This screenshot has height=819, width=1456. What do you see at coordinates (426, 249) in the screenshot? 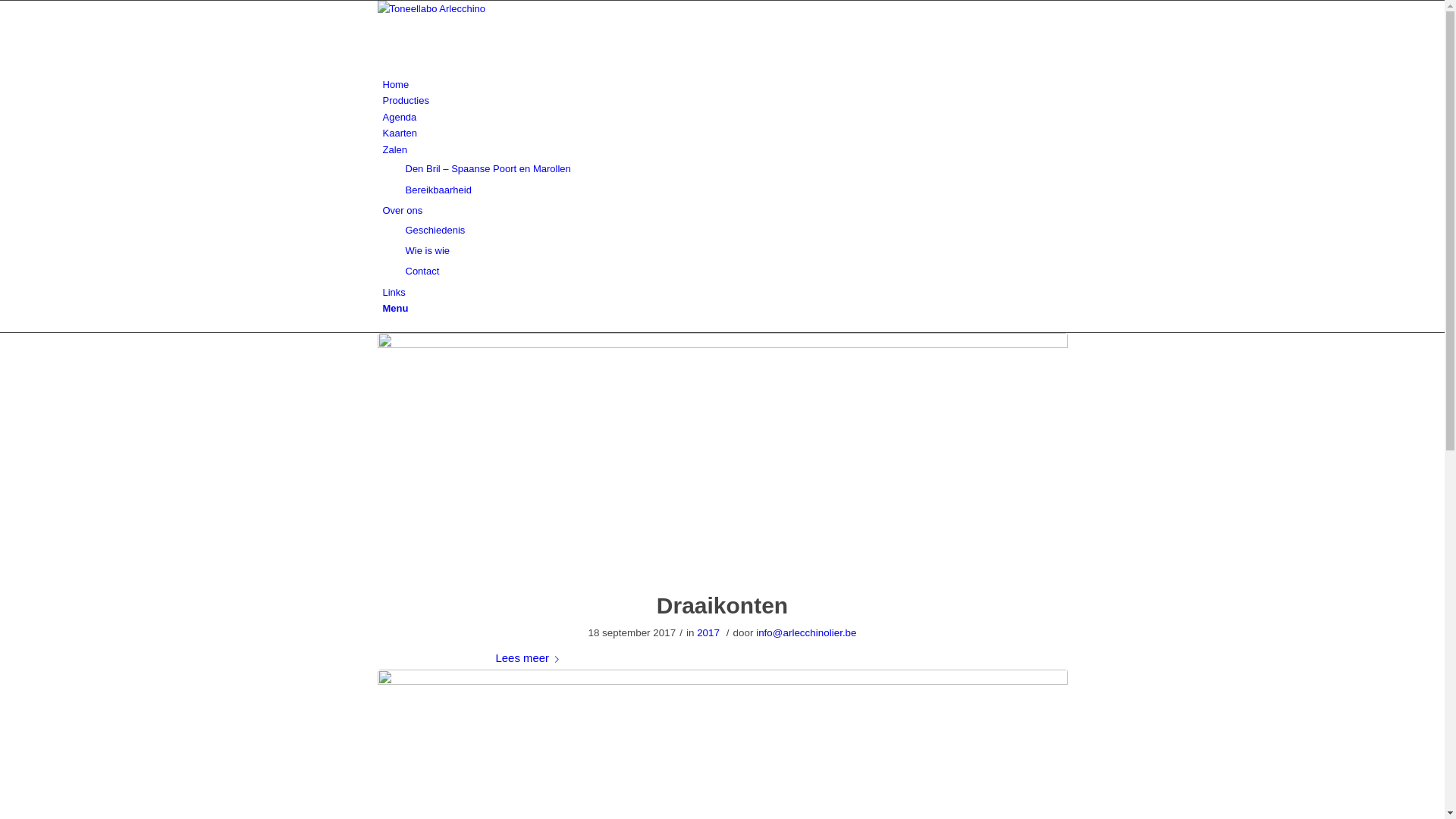
I see `'Wie is wie'` at bounding box center [426, 249].